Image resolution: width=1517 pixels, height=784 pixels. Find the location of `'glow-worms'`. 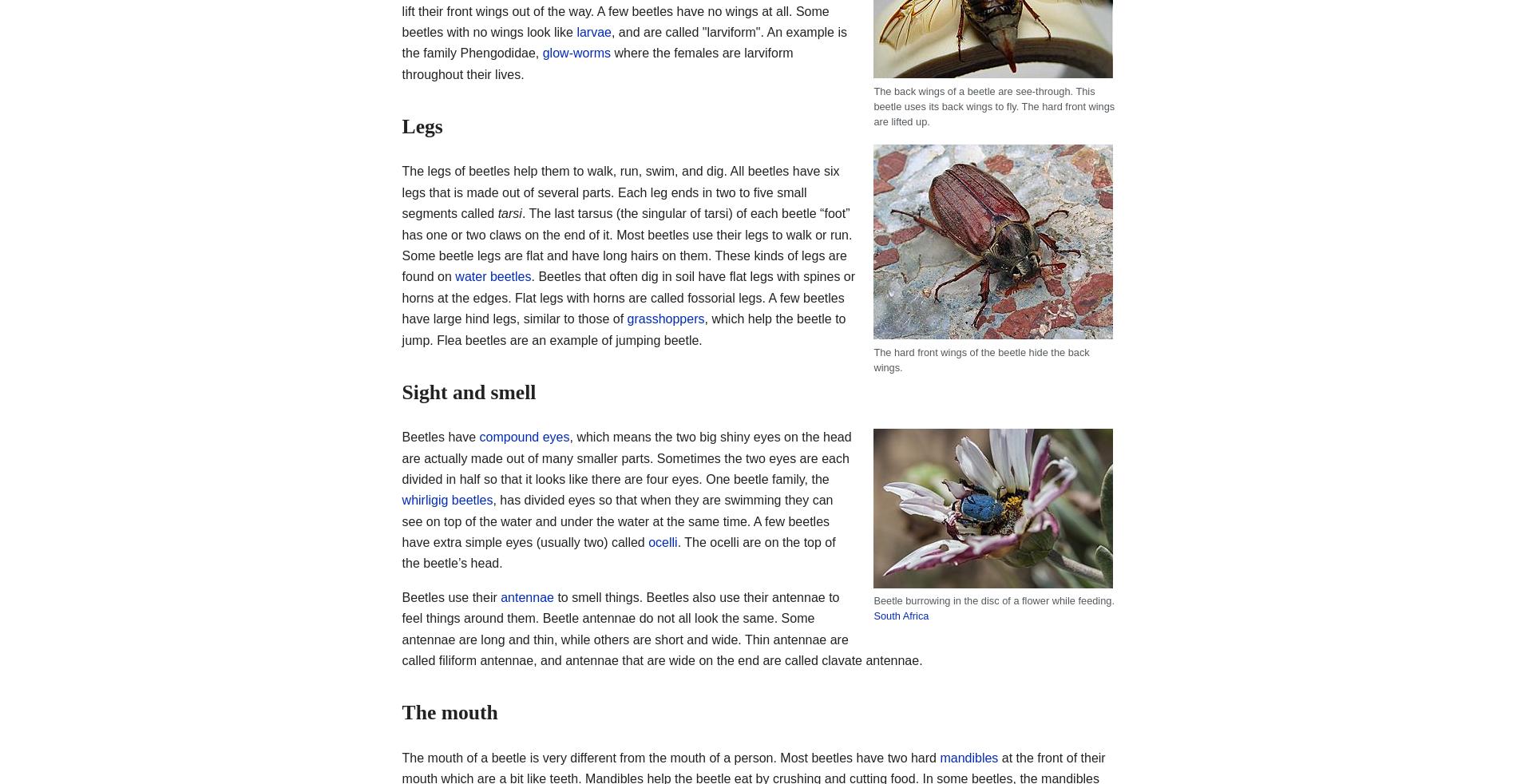

'glow-worms' is located at coordinates (576, 52).